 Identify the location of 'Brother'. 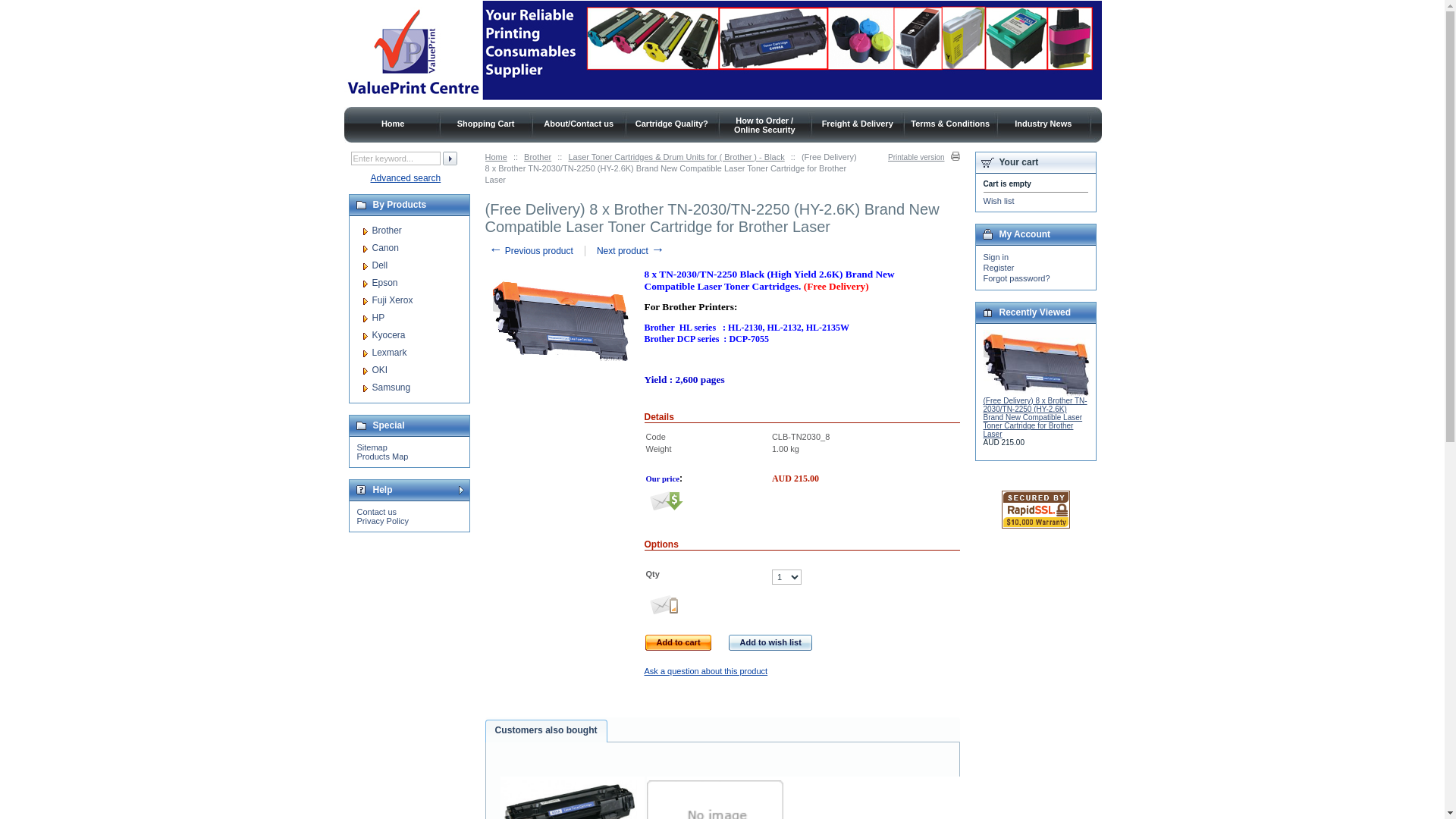
(386, 231).